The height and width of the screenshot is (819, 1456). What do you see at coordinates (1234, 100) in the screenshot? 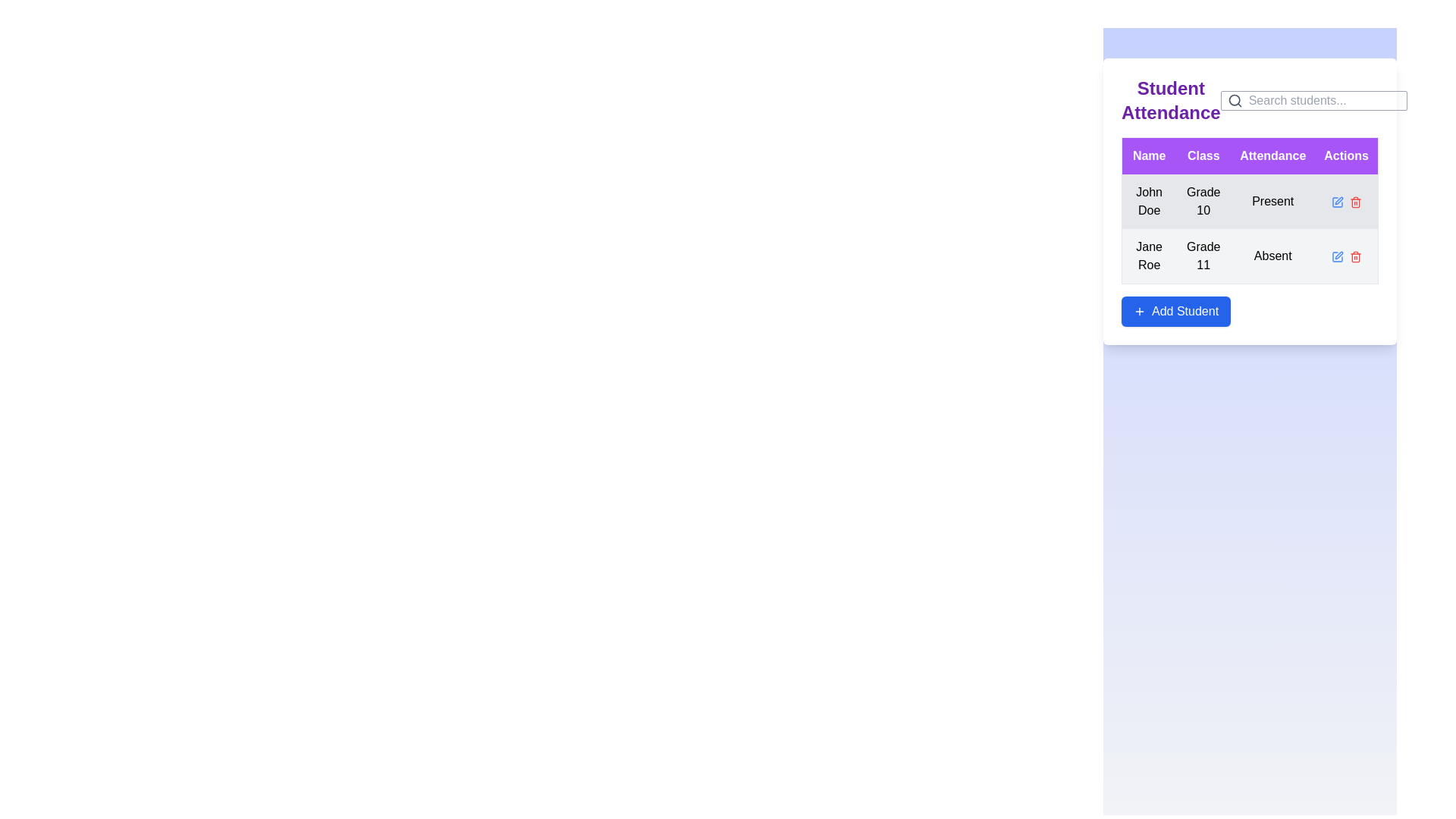
I see `the graphical circle that is part of the search or magnifying glass icon located centrally within the search bar at the top section of the application card` at bounding box center [1234, 100].